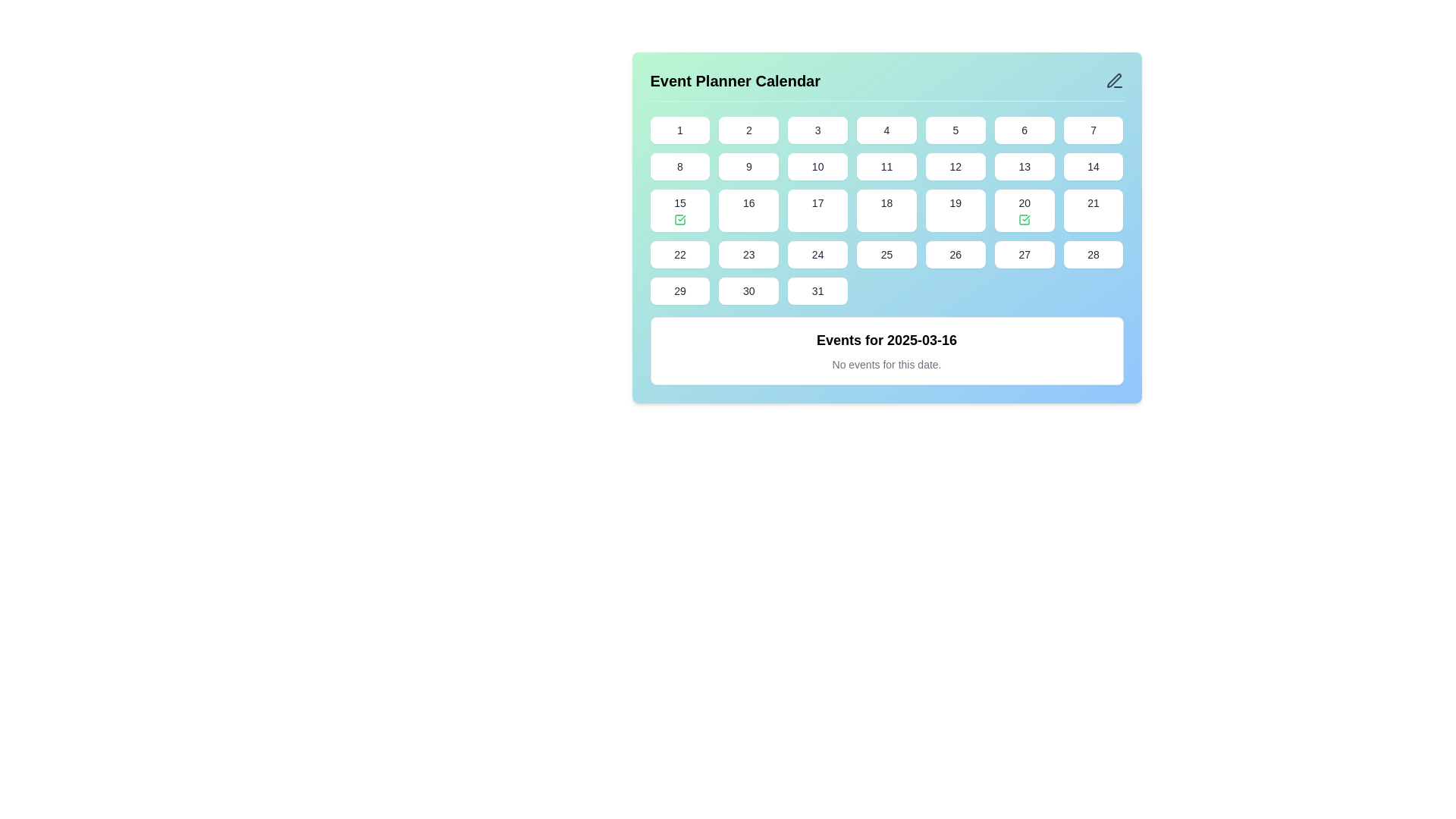 This screenshot has width=1456, height=819. What do you see at coordinates (679, 291) in the screenshot?
I see `the calendar day element representing the 29th day in the grid layout, located in the last row and the first column of the calendar` at bounding box center [679, 291].